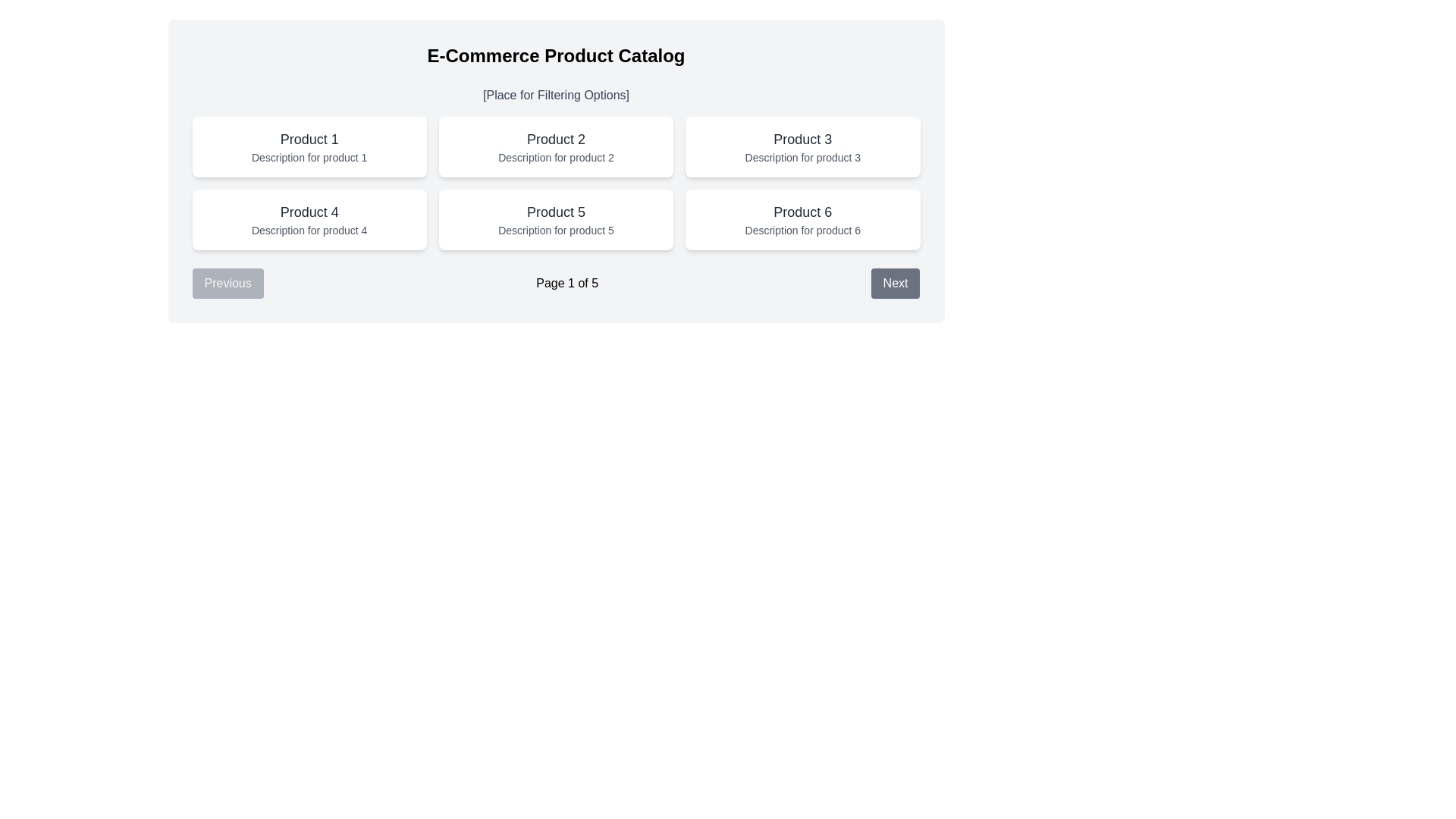 The height and width of the screenshot is (819, 1456). What do you see at coordinates (309, 140) in the screenshot?
I see `the product title text label located in the top-left card of the product catalog grid, which serves as an identifier and header for the card's content` at bounding box center [309, 140].